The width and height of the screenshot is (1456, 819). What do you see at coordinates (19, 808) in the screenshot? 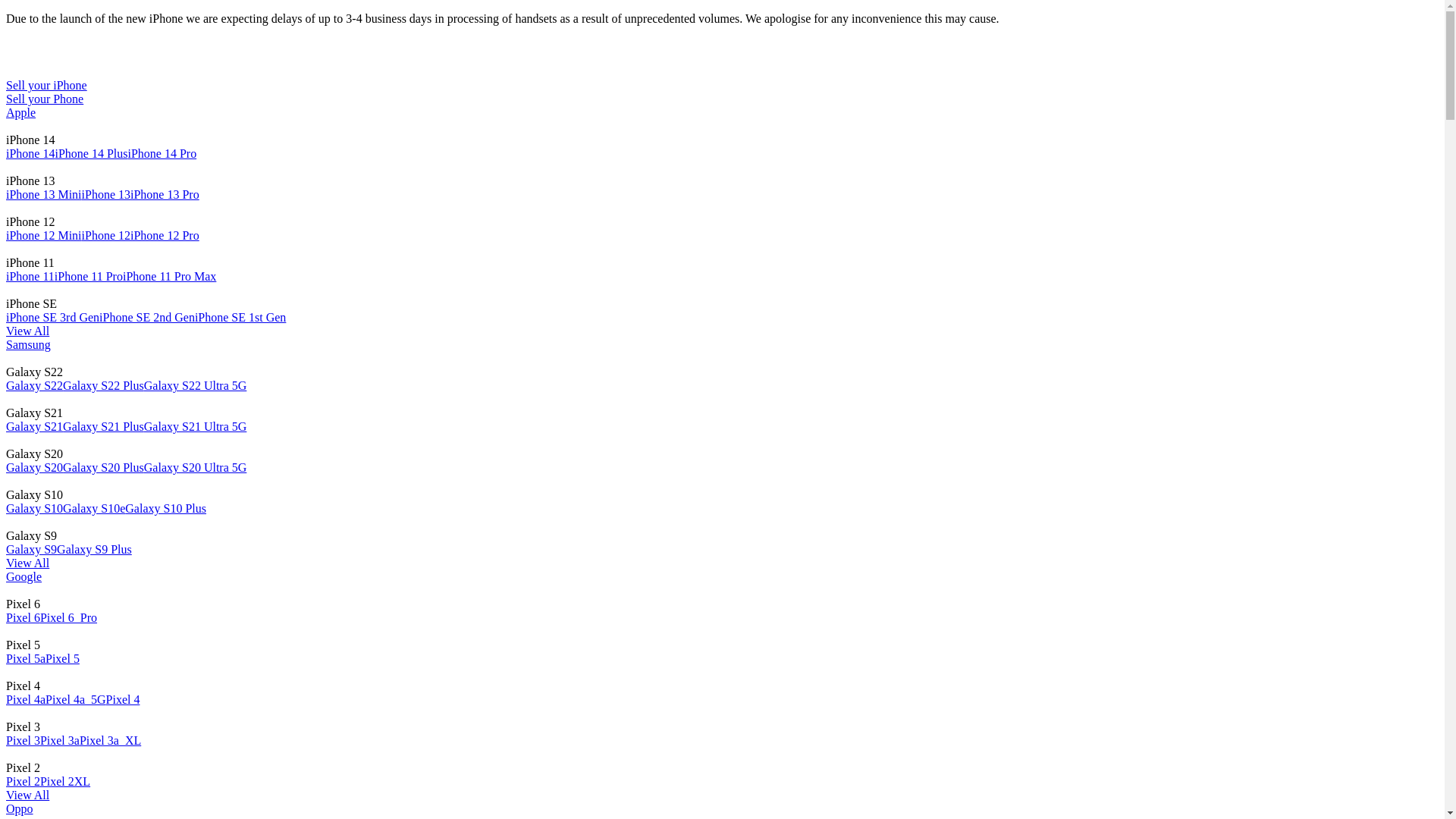
I see `'Oppo'` at bounding box center [19, 808].